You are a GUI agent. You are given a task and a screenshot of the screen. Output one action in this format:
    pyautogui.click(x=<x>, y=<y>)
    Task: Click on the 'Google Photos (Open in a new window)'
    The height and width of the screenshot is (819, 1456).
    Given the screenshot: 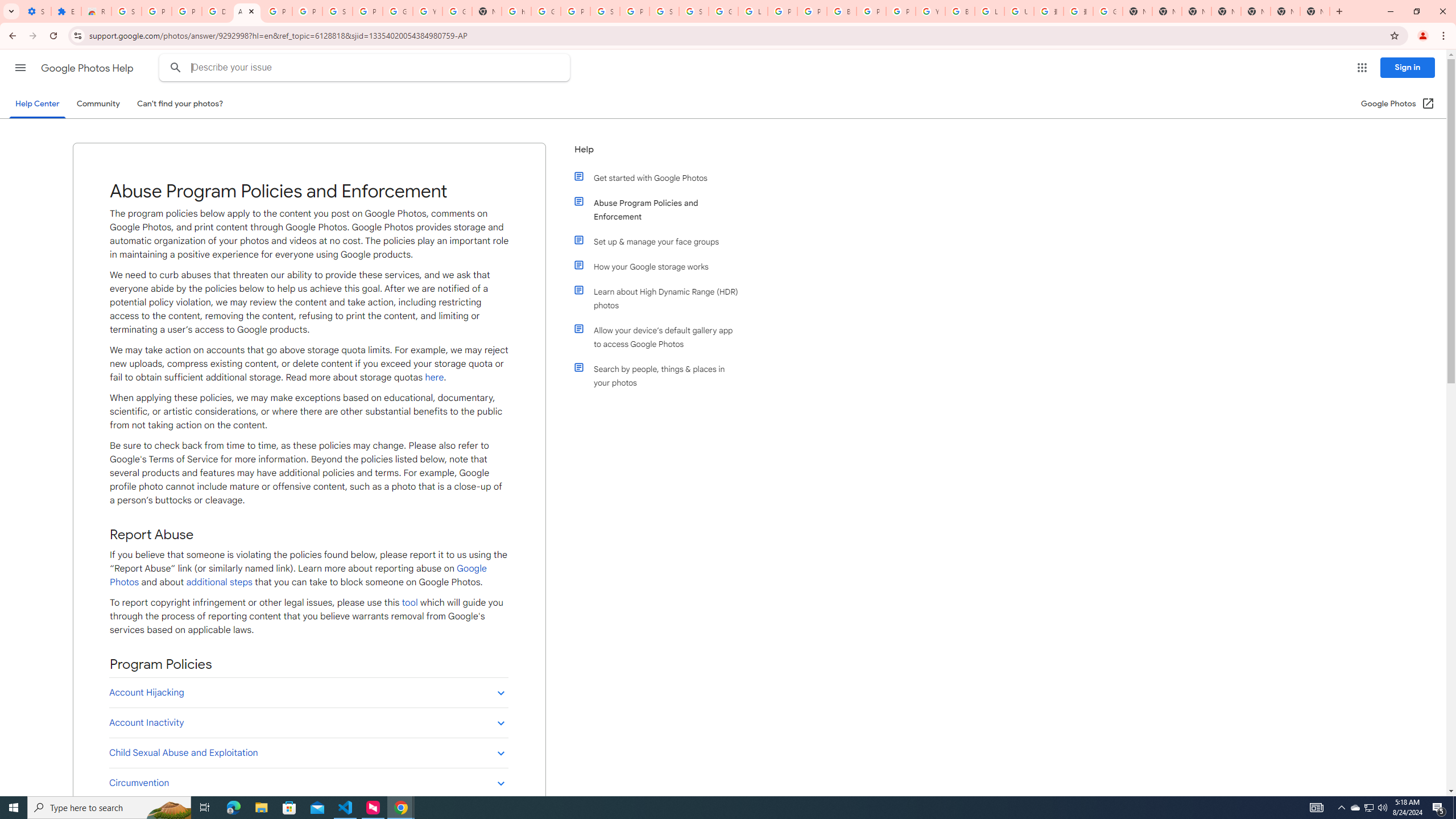 What is the action you would take?
    pyautogui.click(x=1397, y=103)
    